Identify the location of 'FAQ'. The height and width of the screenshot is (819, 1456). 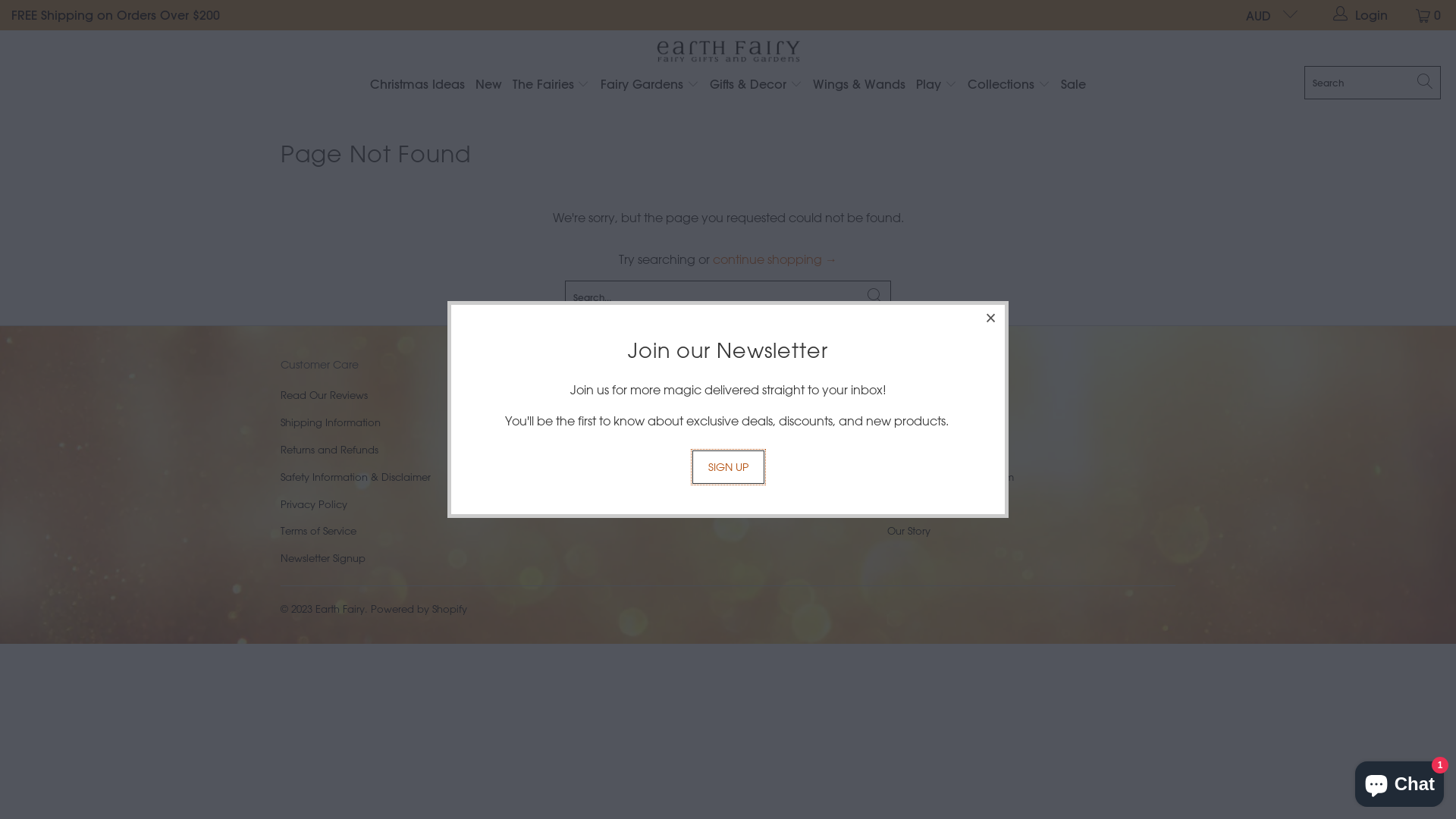
(897, 448).